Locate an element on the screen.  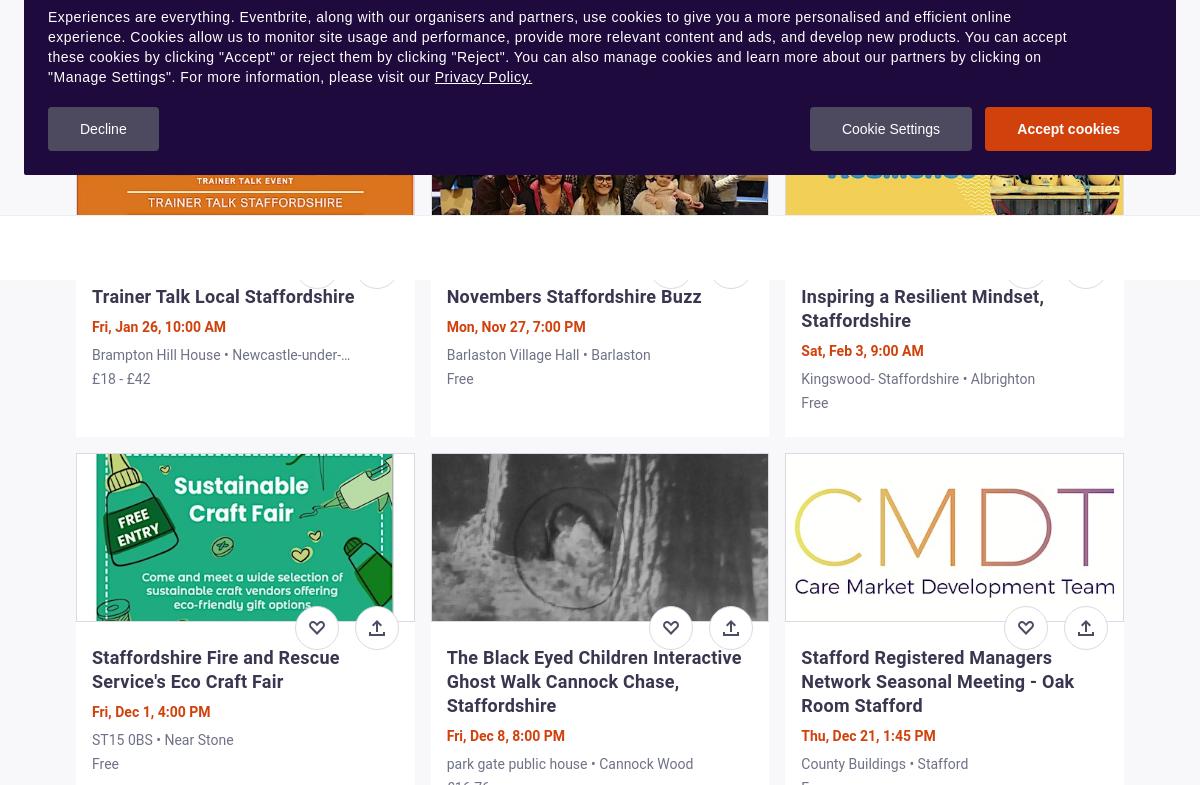
'Trainer Talk Local Staffordshire' is located at coordinates (221, 294).